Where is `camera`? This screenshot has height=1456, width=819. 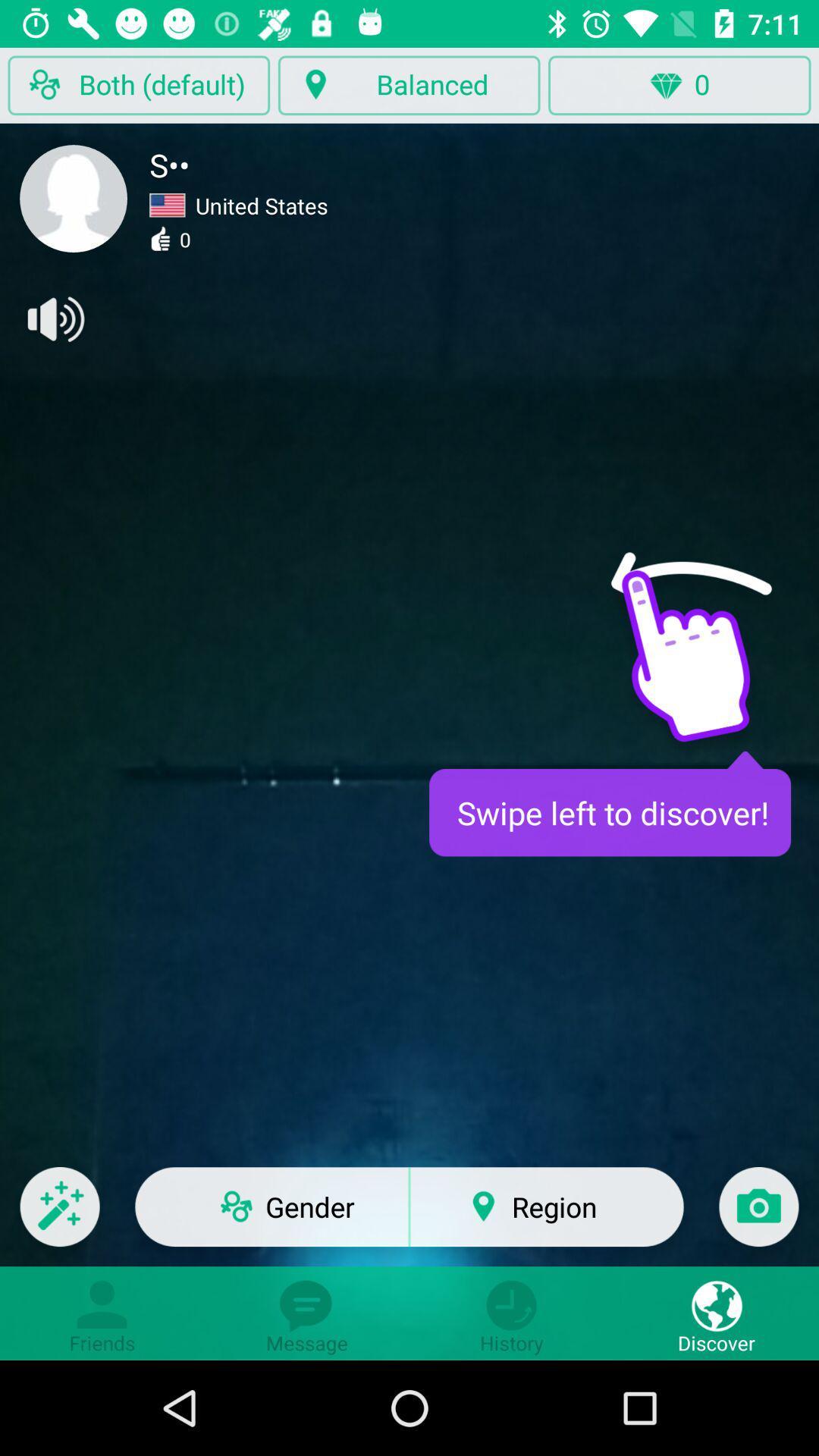 camera is located at coordinates (758, 1216).